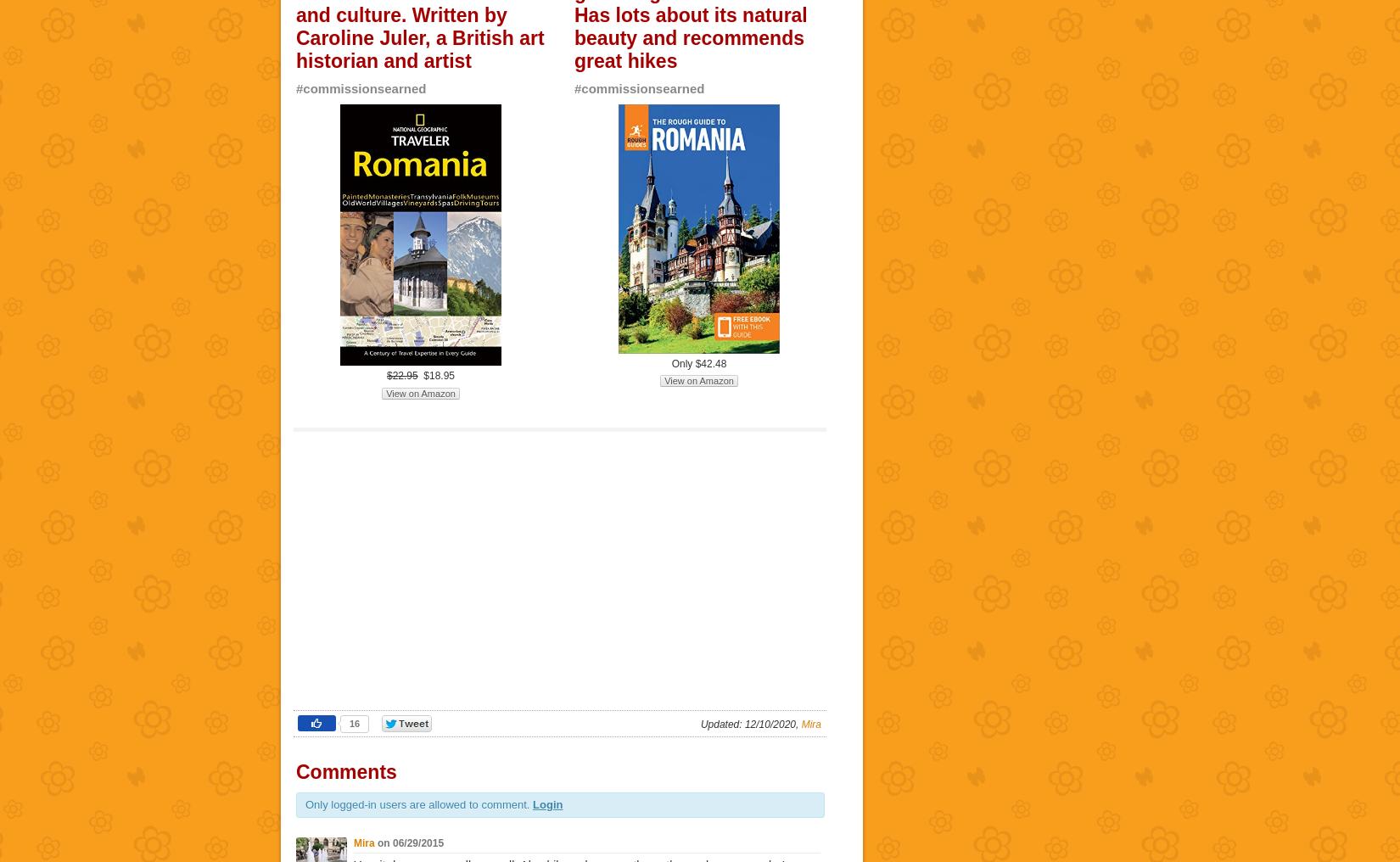  What do you see at coordinates (546, 803) in the screenshot?
I see `'Login'` at bounding box center [546, 803].